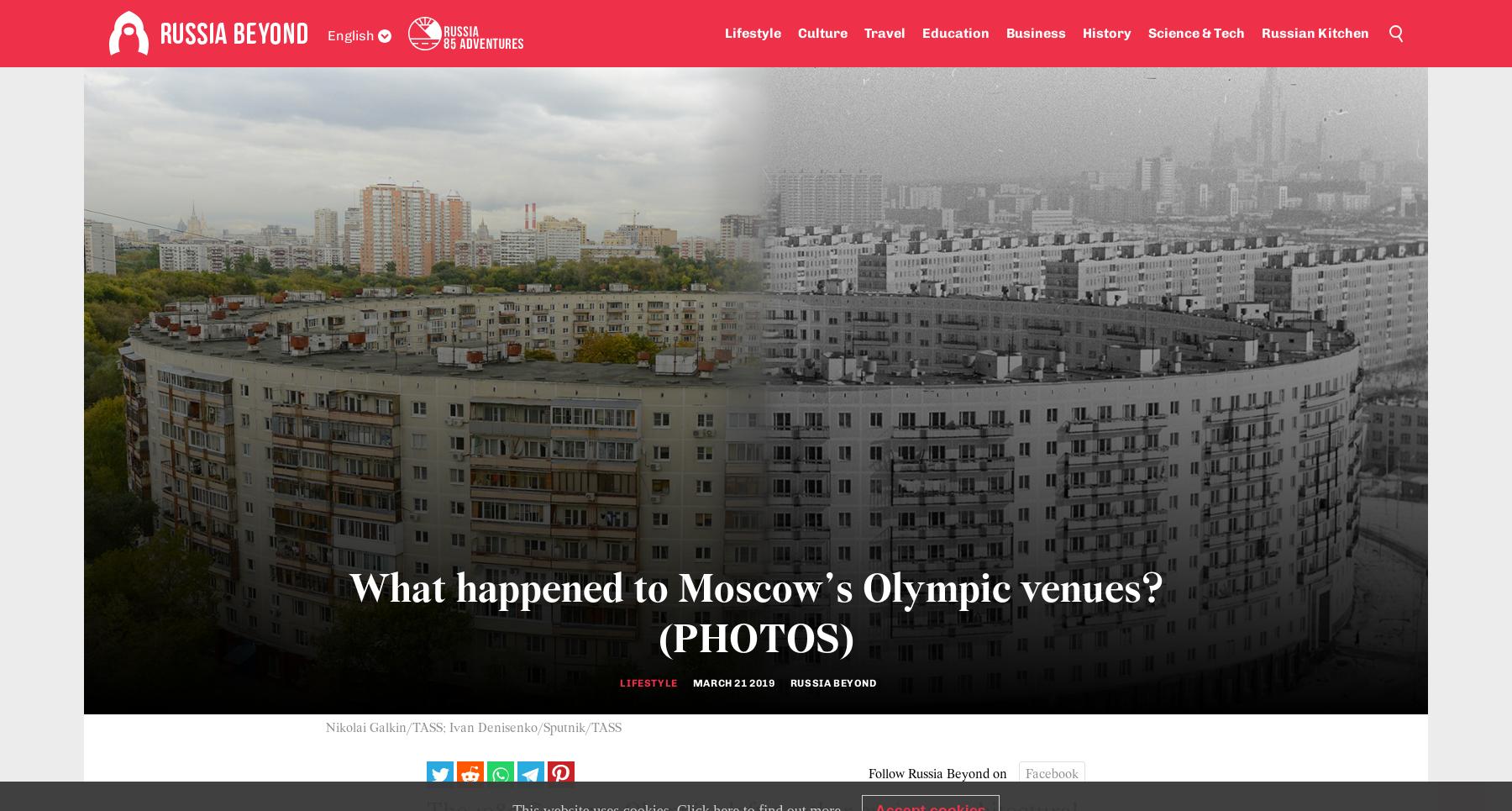 This screenshot has width=1512, height=811. I want to click on 'Culture', so click(822, 33).